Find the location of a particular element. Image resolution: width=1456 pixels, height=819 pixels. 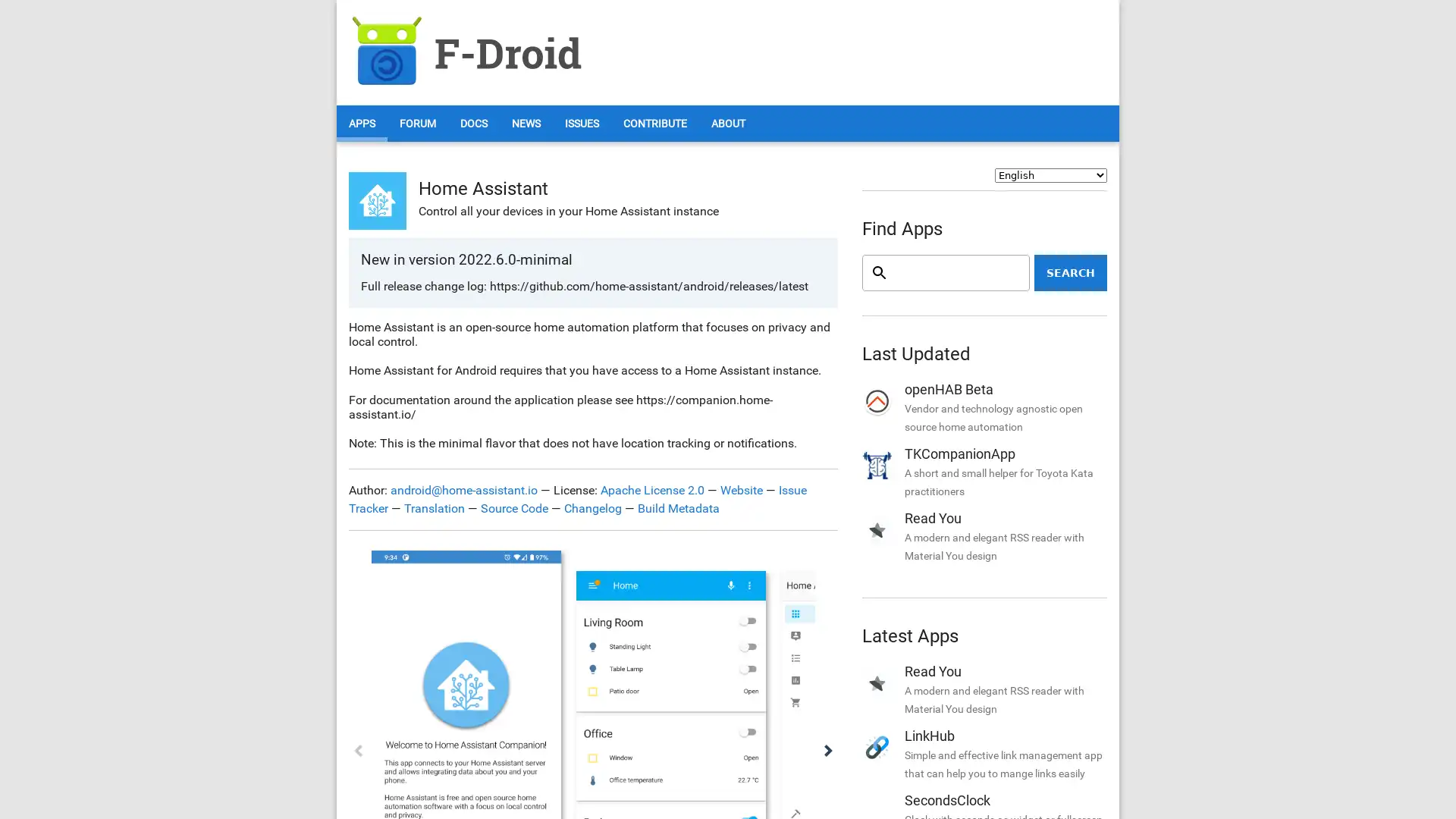

Search is located at coordinates (1069, 271).